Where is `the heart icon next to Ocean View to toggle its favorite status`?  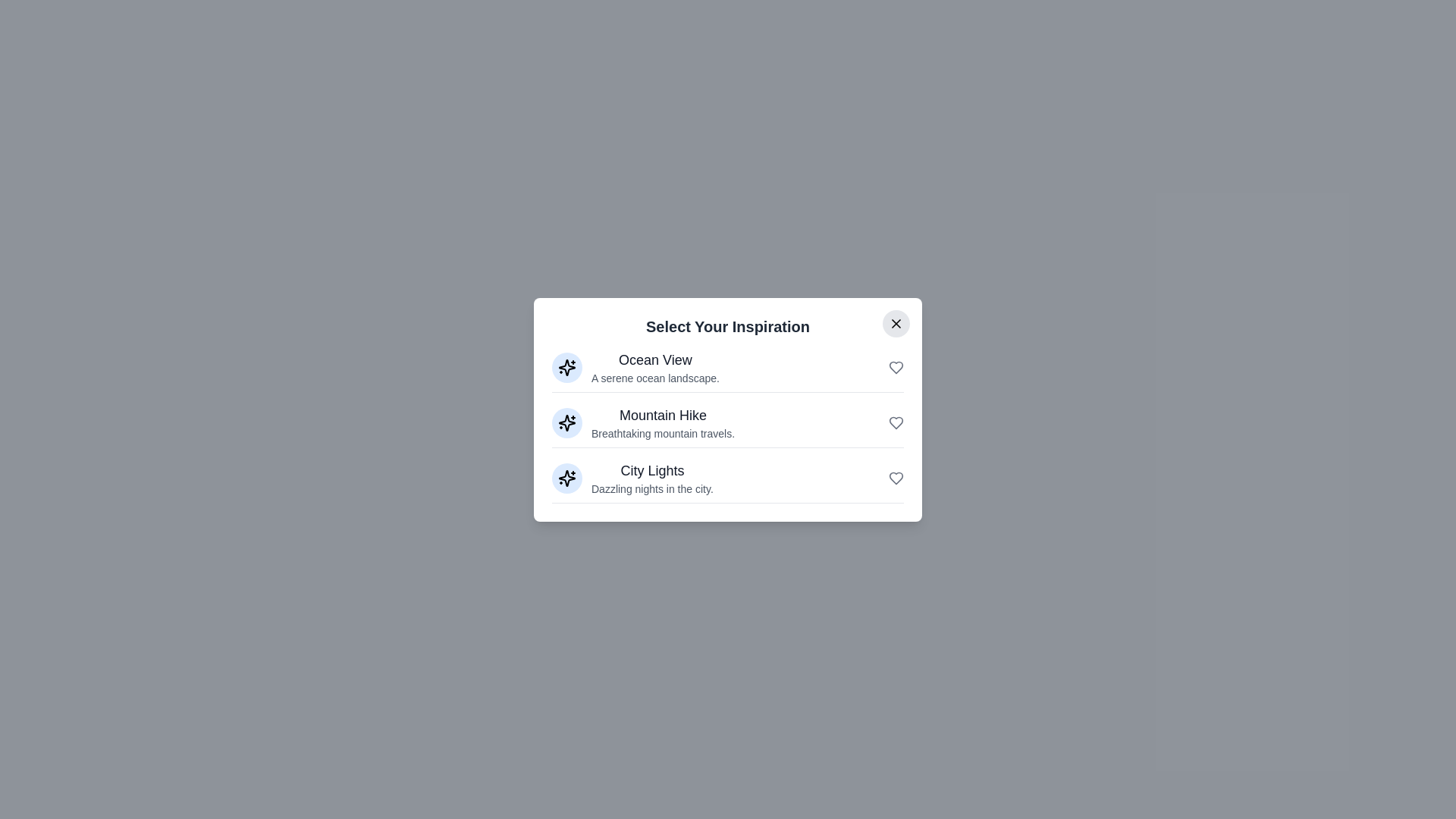 the heart icon next to Ocean View to toggle its favorite status is located at coordinates (896, 367).